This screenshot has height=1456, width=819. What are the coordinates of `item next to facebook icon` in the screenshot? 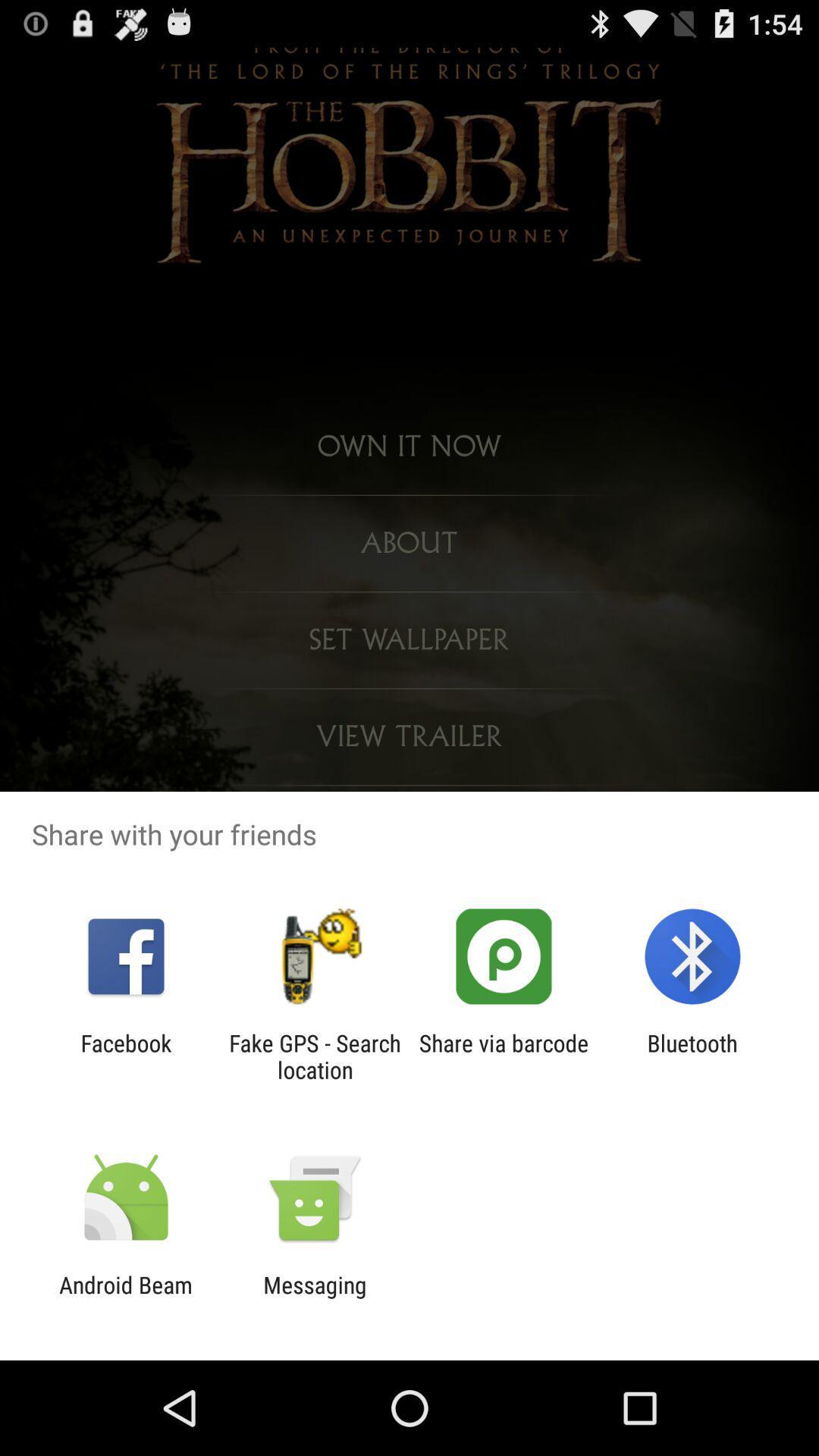 It's located at (314, 1056).